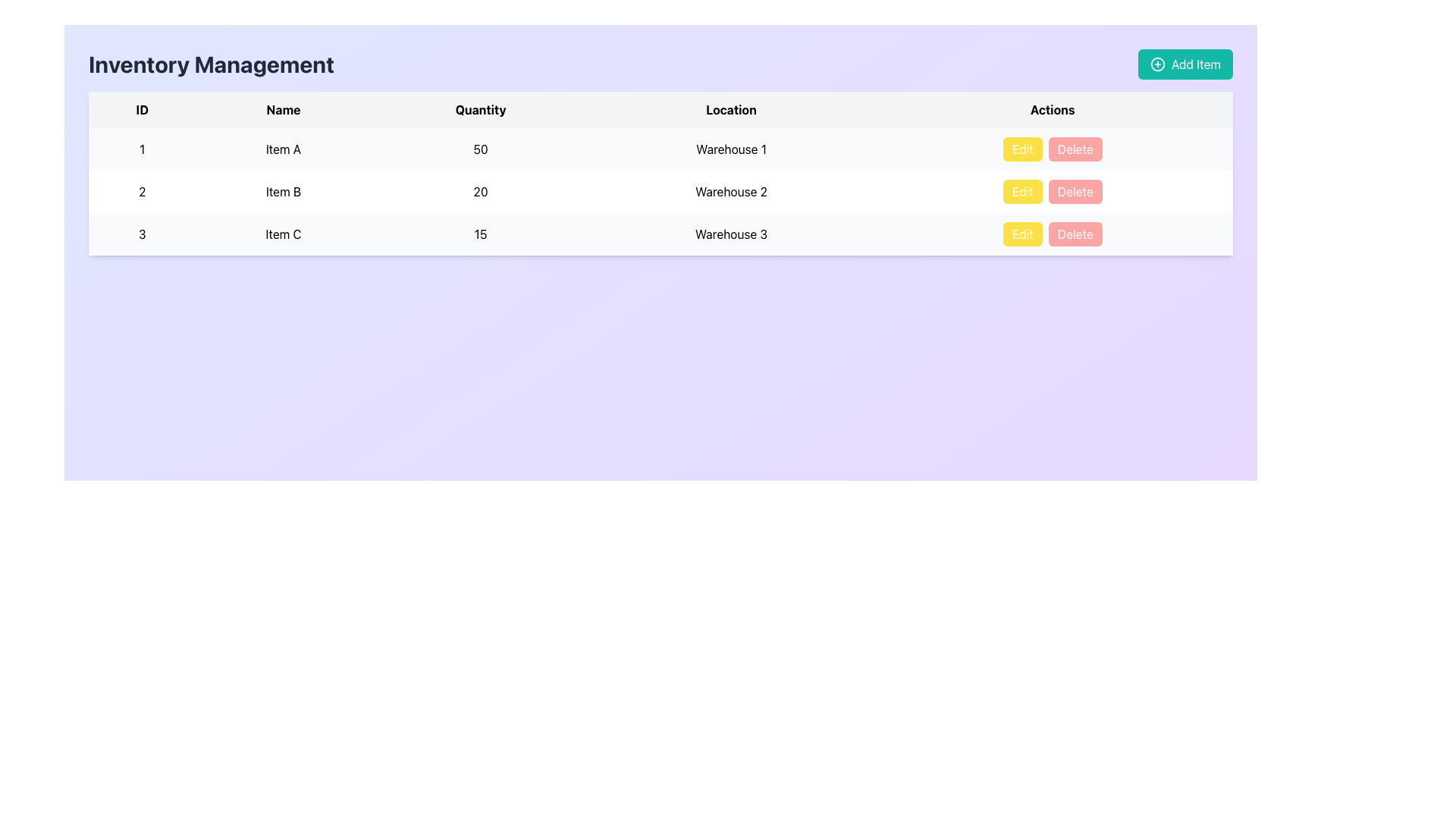  What do you see at coordinates (479, 109) in the screenshot?
I see `the third header text label that indicates quantities of items in the table, located between the 'Name' and 'Location' headers` at bounding box center [479, 109].